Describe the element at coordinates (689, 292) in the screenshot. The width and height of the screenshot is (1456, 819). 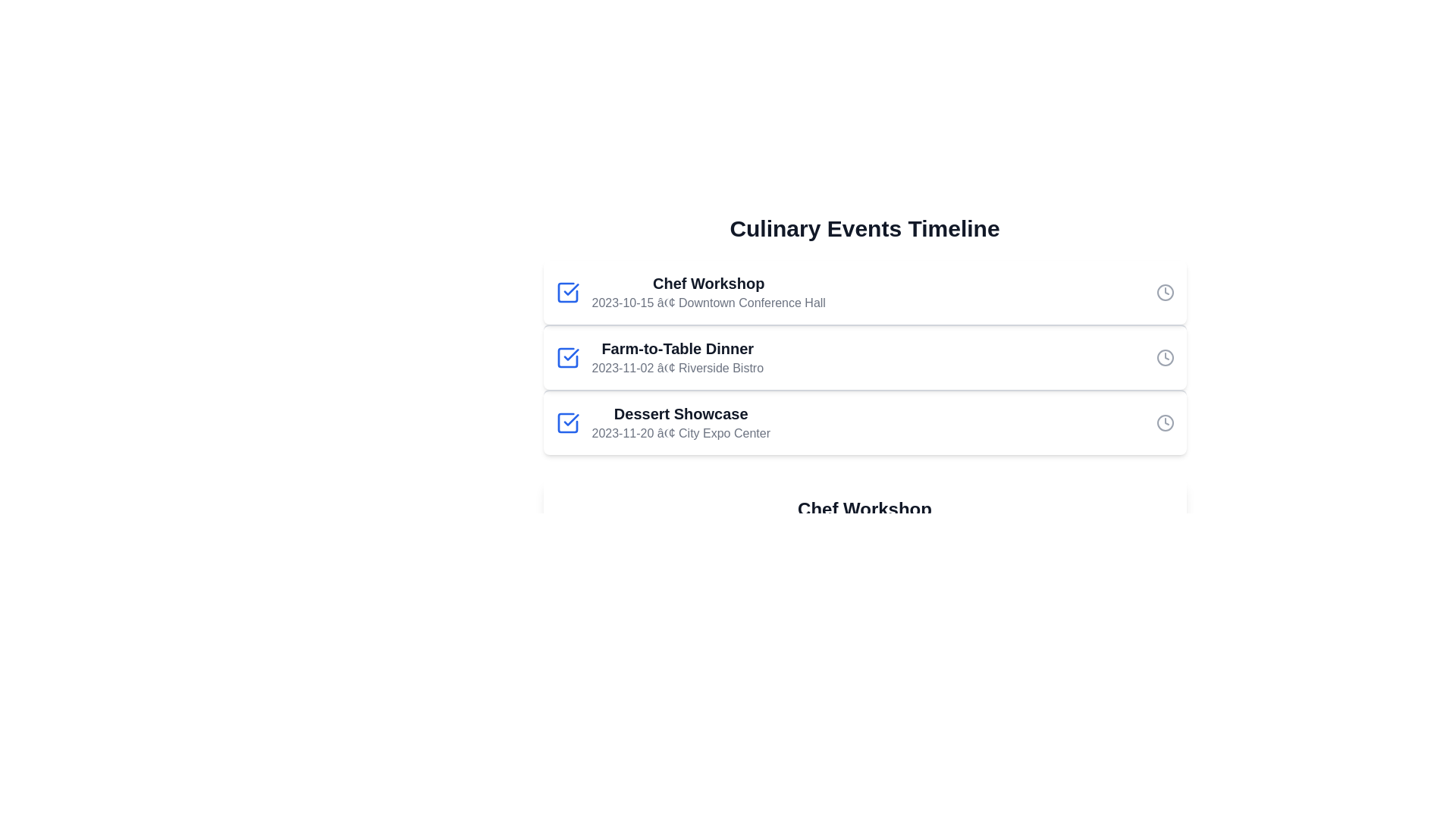
I see `the first list item in the 'Culinary Events Timeline' section` at that location.